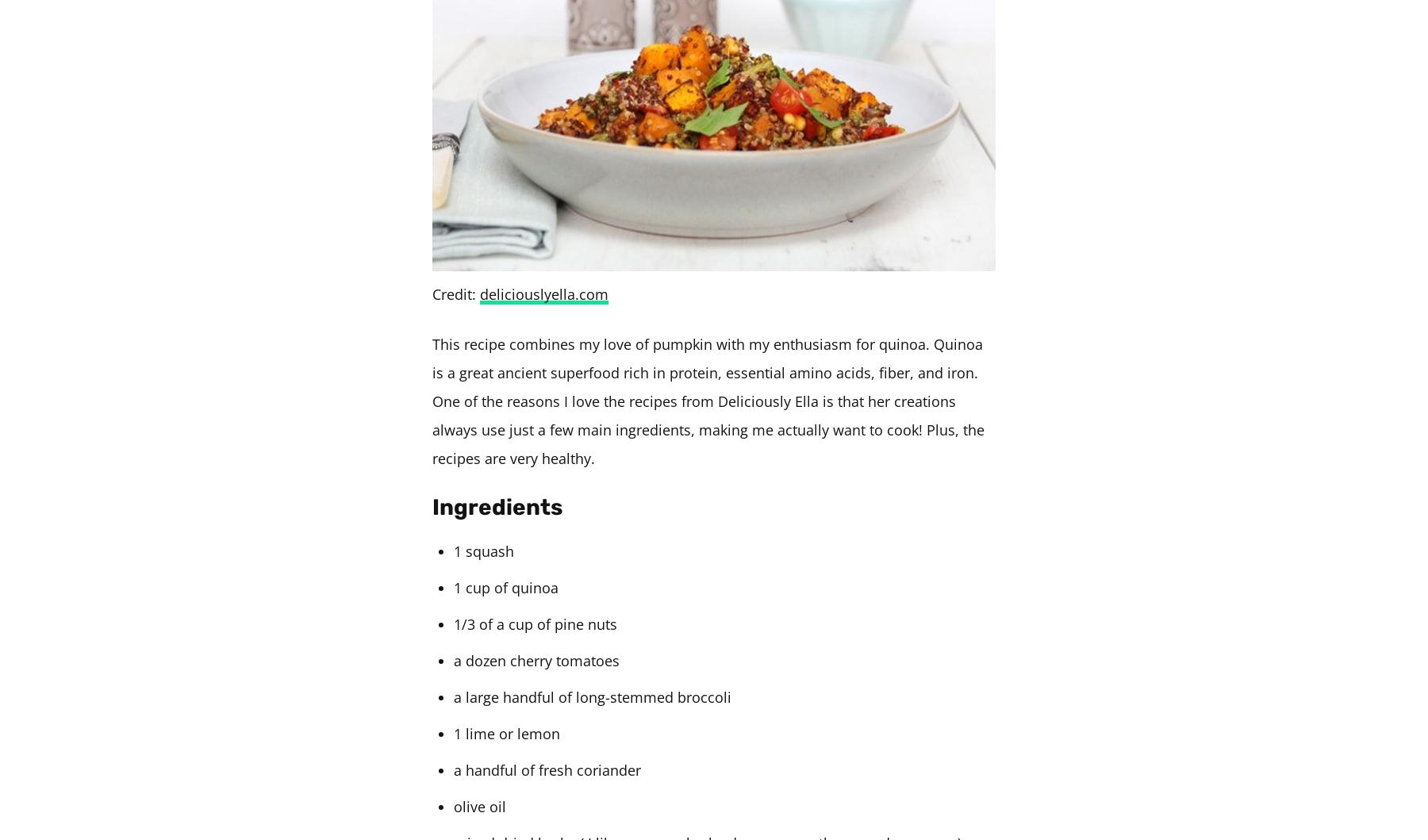 The width and height of the screenshot is (1428, 840). I want to click on 'Ingredients', so click(497, 507).